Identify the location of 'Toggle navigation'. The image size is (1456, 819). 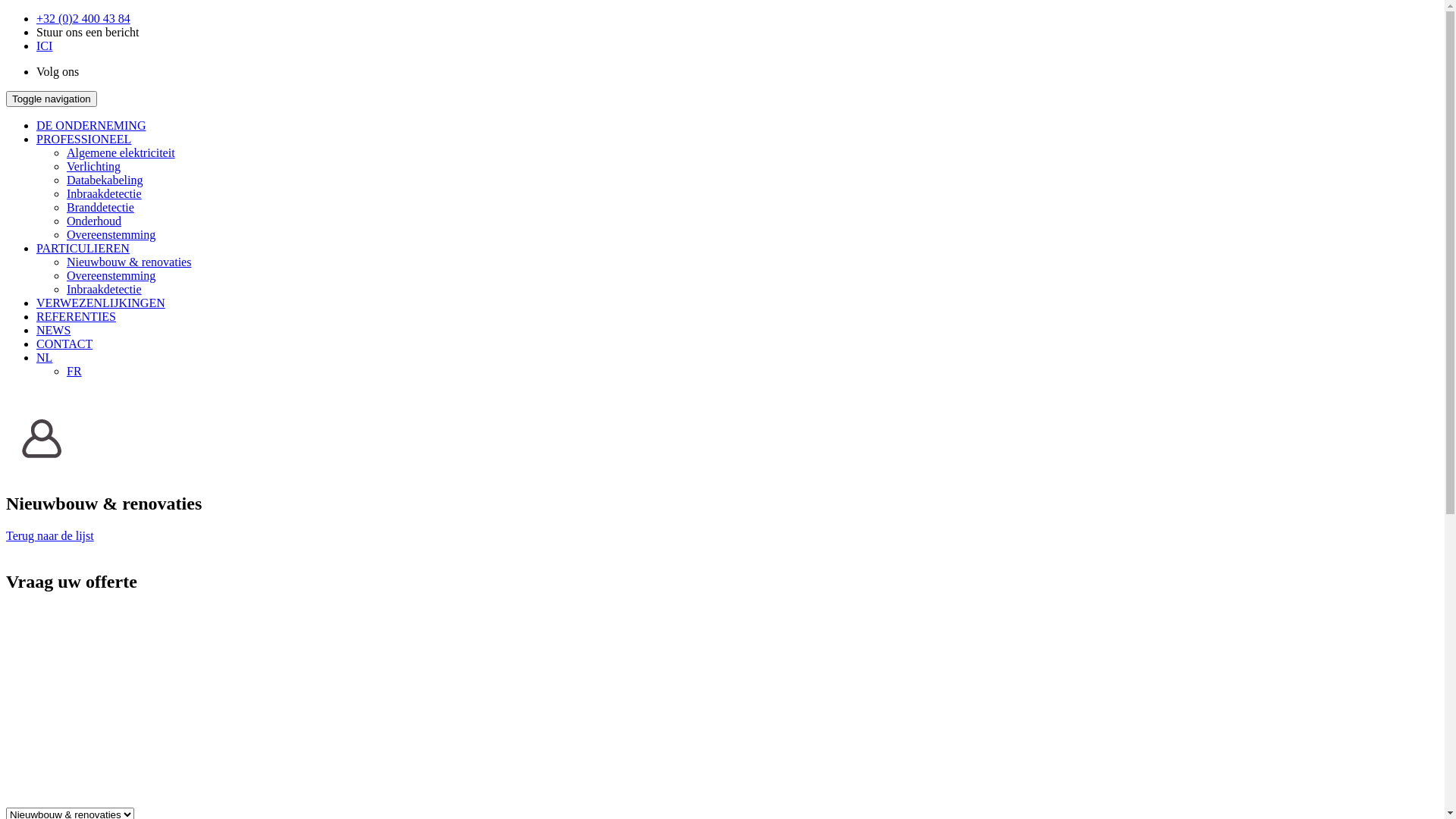
(6, 99).